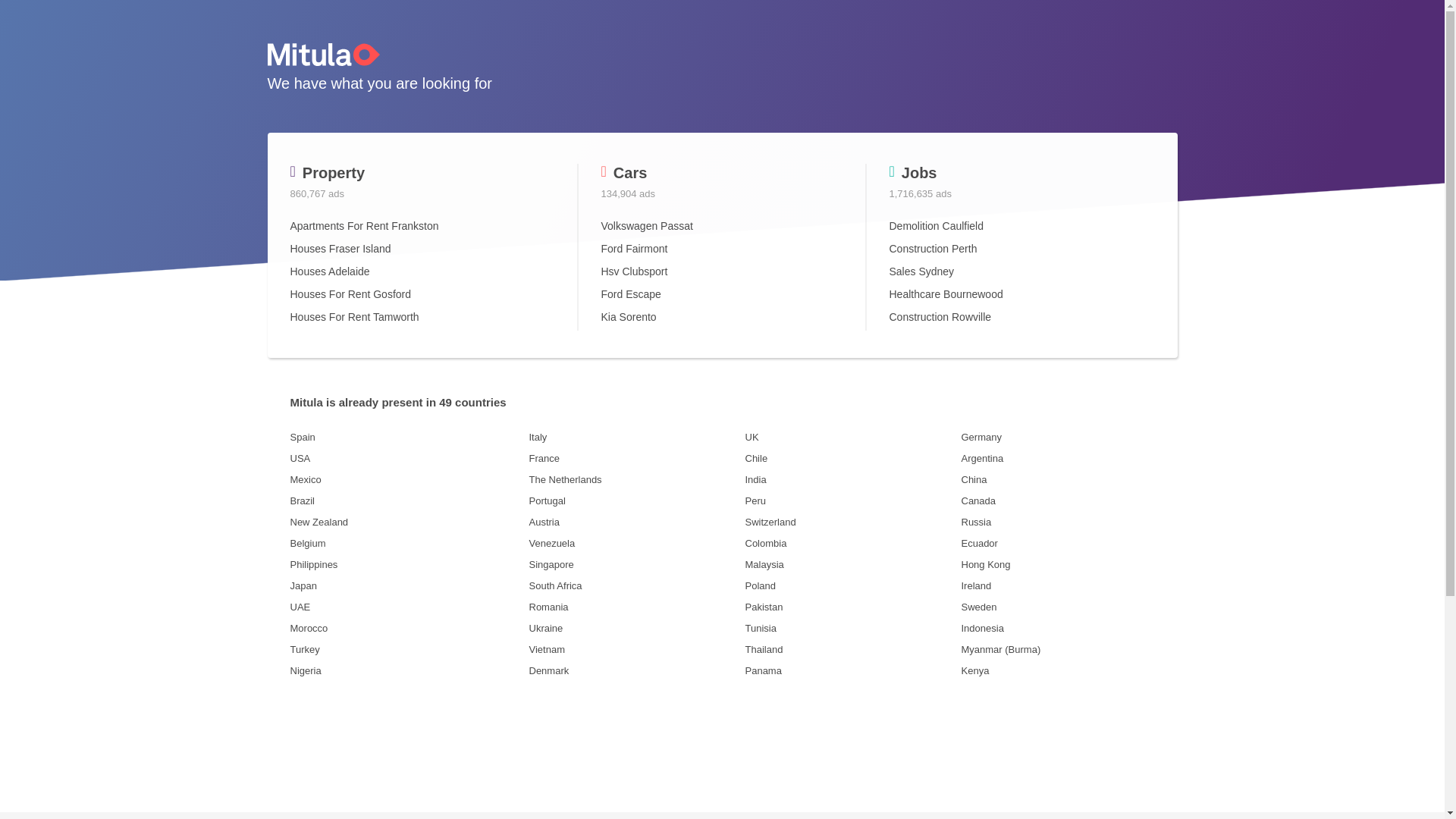 This screenshot has width=1456, height=819. I want to click on 'Hsv Clubsport', so click(633, 271).